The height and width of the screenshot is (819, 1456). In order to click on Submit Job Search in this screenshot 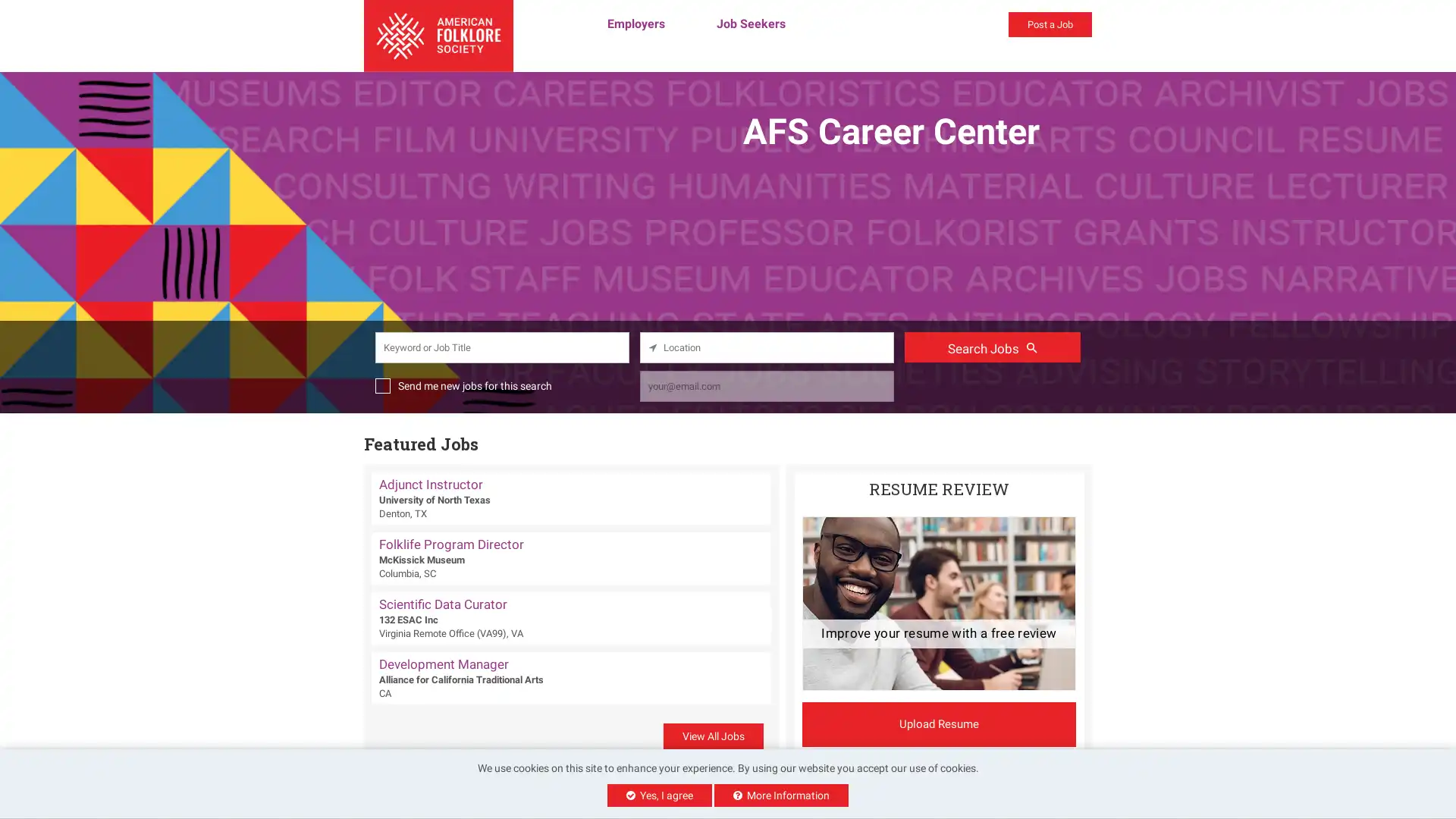, I will do `click(992, 346)`.